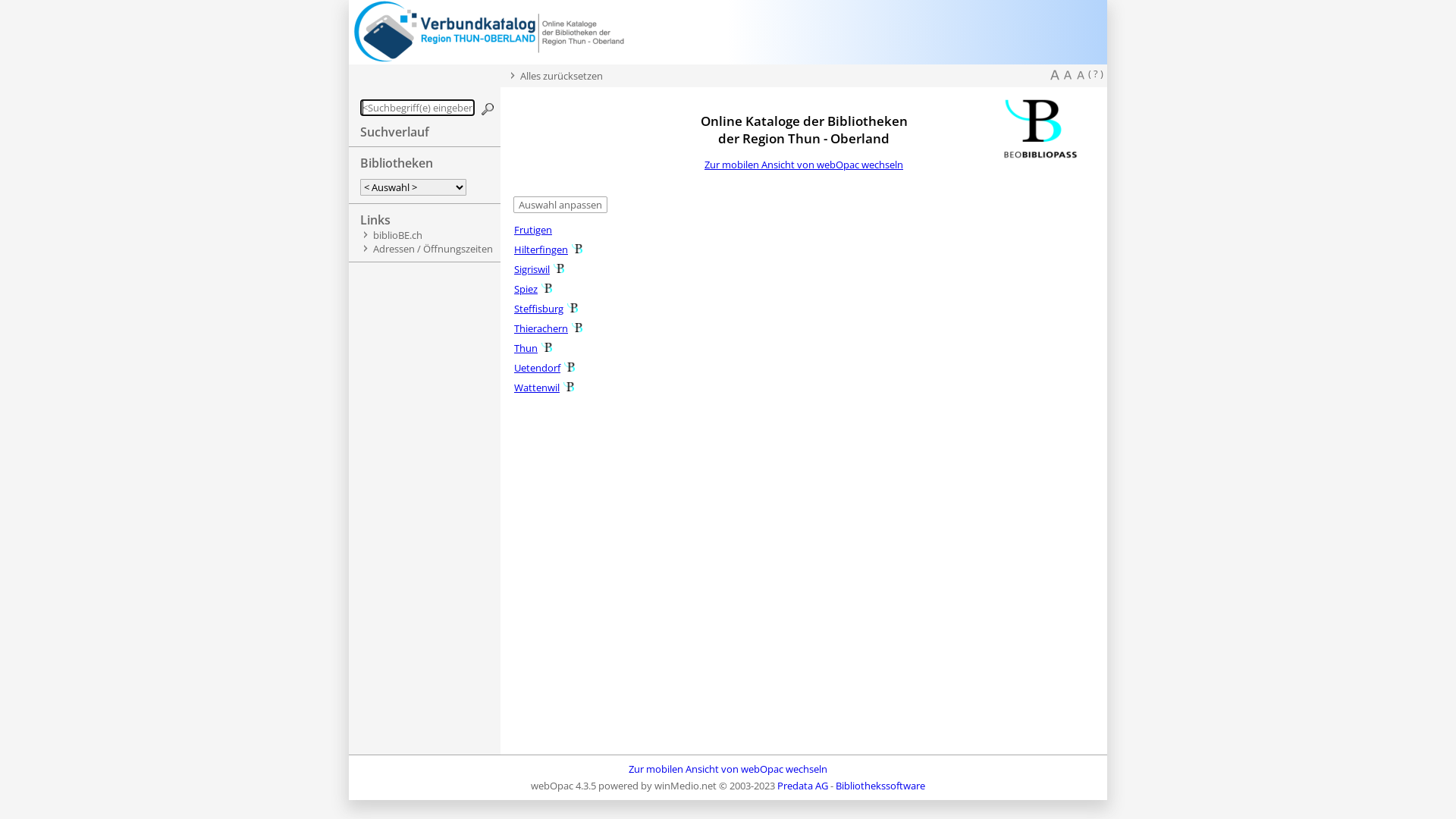 This screenshot has width=1456, height=819. Describe the element at coordinates (802, 785) in the screenshot. I see `'Predata AG'` at that location.